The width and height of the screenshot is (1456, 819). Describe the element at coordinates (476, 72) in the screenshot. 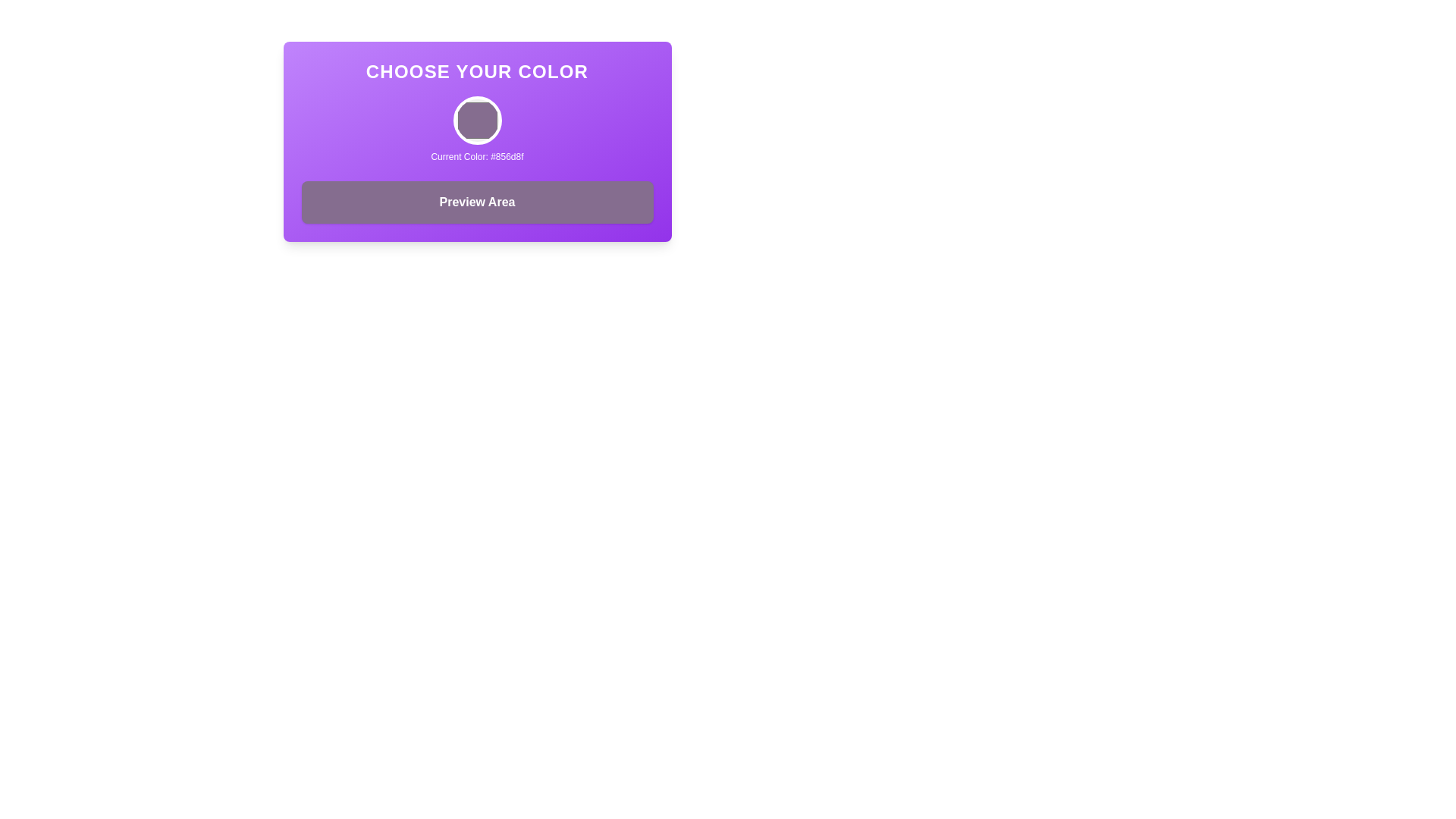

I see `the bold, uppercase static text reading 'Choose Your Color' which is styled in white against a purple gradient background` at that location.